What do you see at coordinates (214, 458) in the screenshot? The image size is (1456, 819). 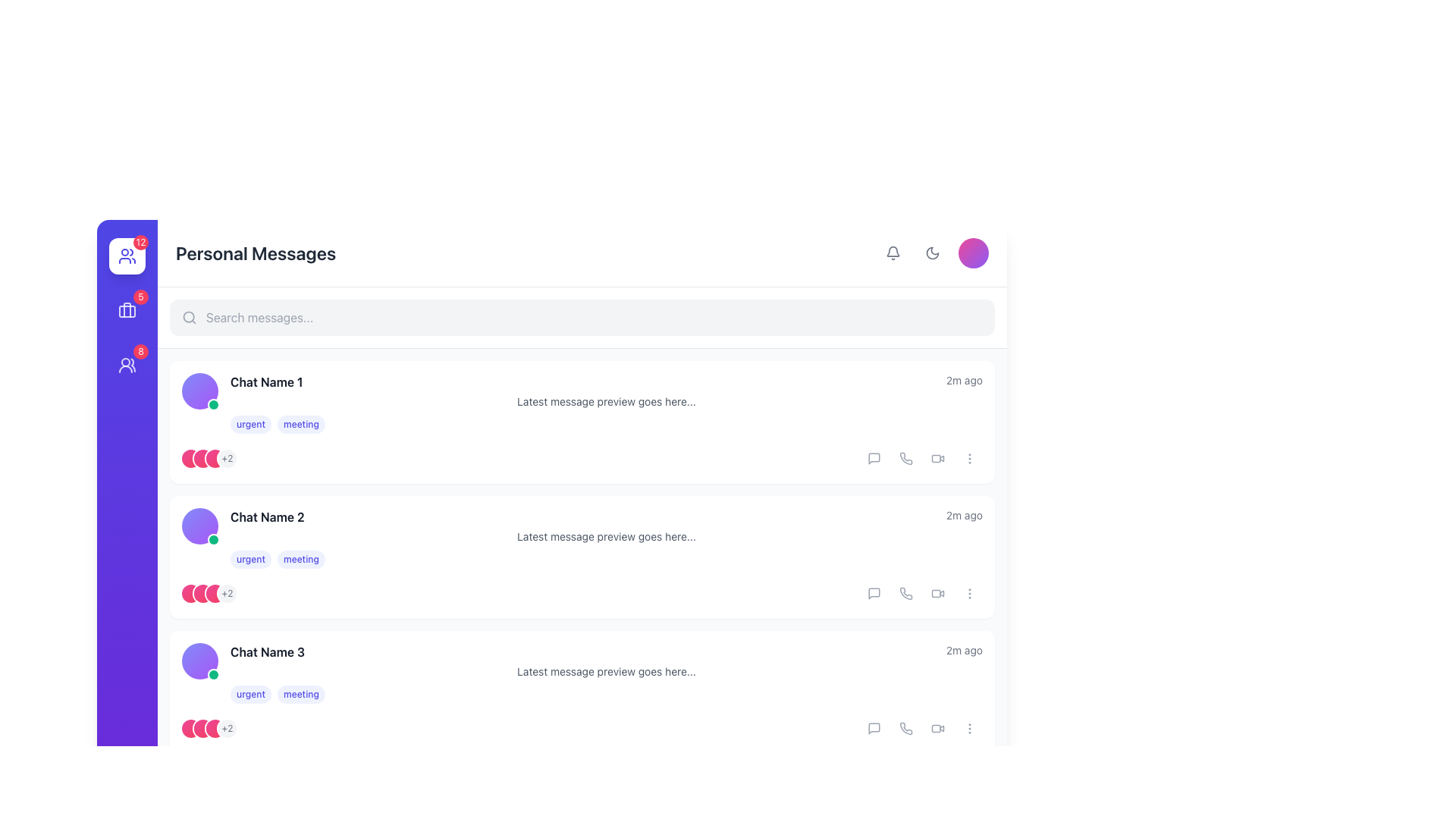 I see `the third circular profile avatar indicator in the chat group's header section, which visually represents an individual participant` at bounding box center [214, 458].